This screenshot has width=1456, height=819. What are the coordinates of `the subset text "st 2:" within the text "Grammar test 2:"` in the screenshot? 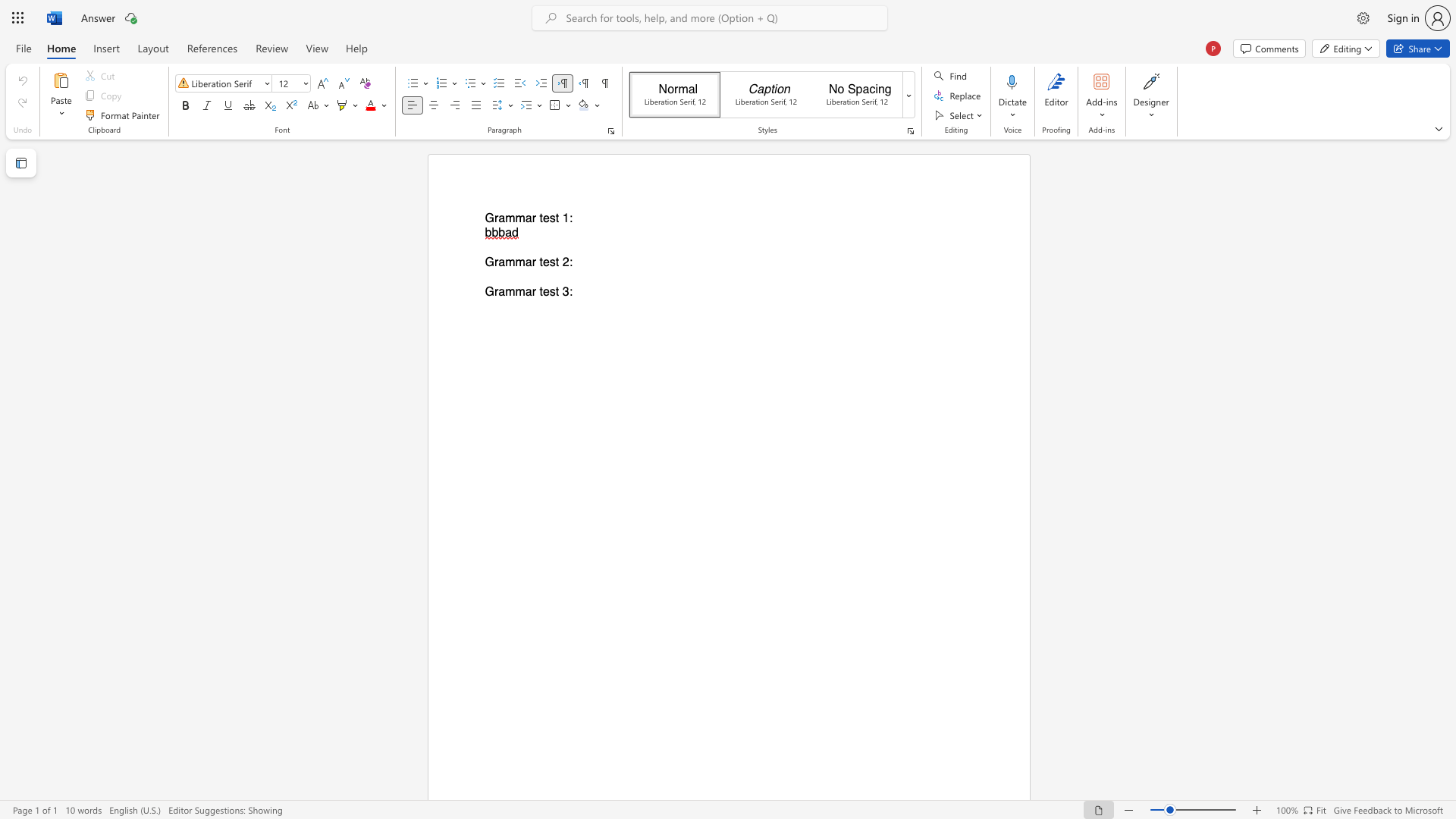 It's located at (548, 262).